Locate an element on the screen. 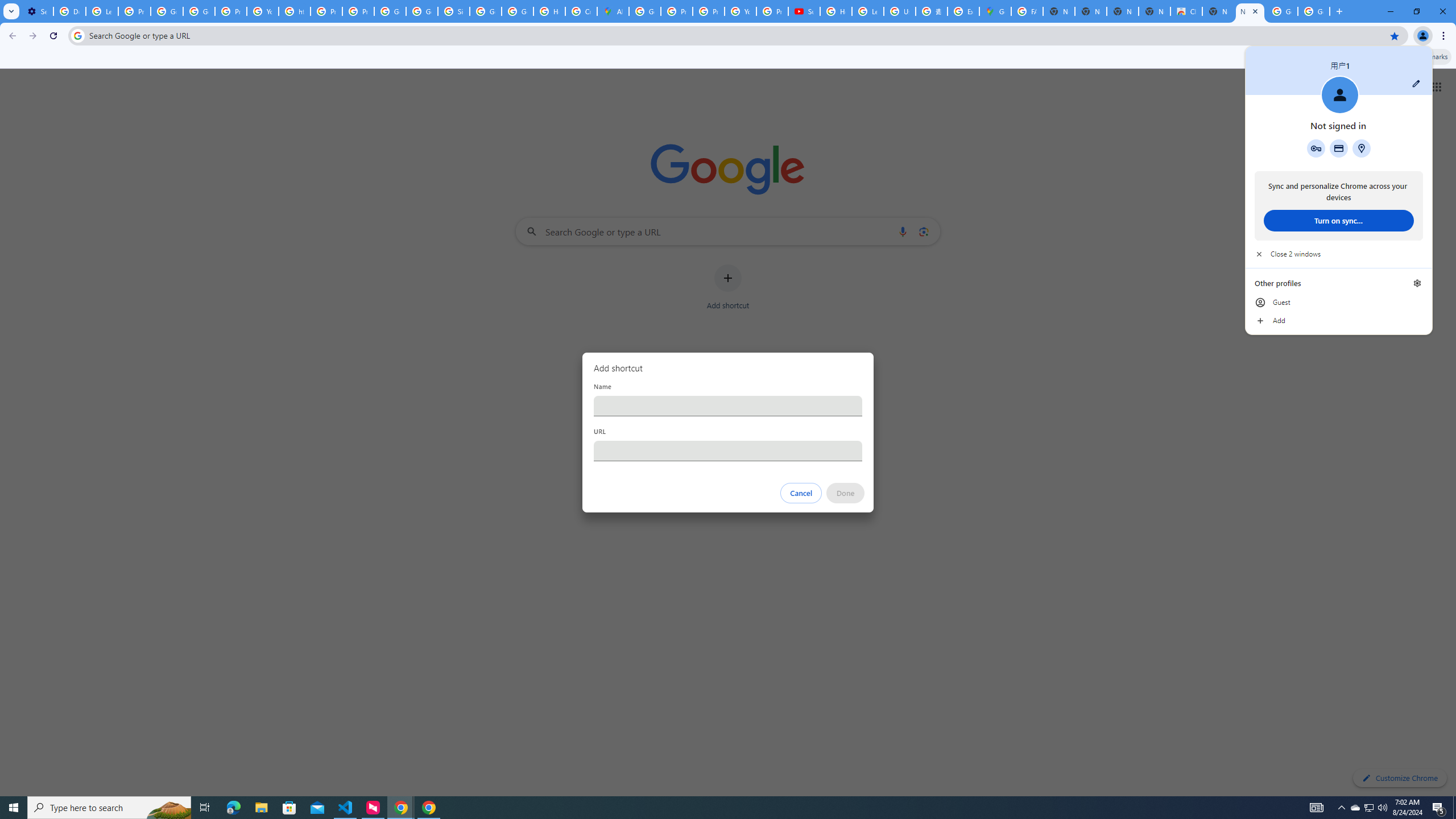 This screenshot has width=1456, height=819. 'AutomationID: 4105' is located at coordinates (1317, 806).